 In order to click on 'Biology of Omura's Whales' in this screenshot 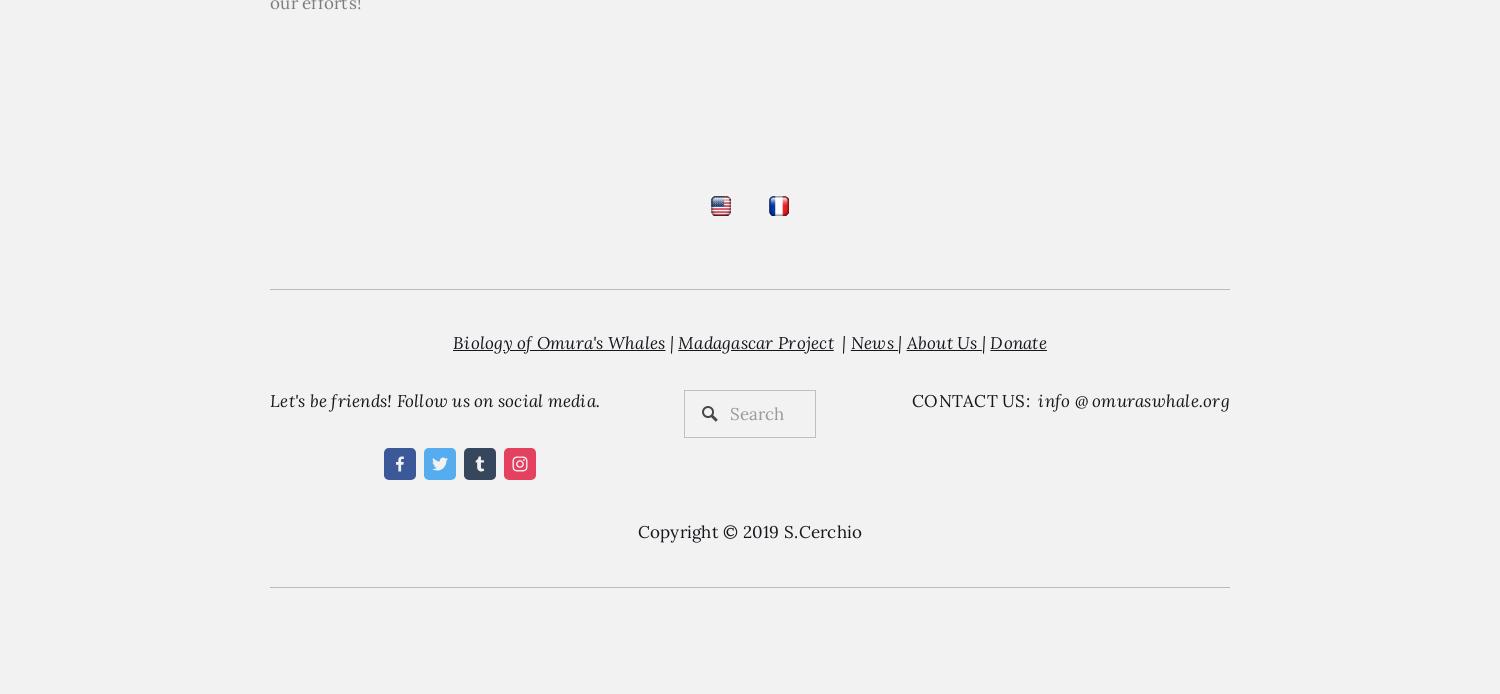, I will do `click(559, 341)`.